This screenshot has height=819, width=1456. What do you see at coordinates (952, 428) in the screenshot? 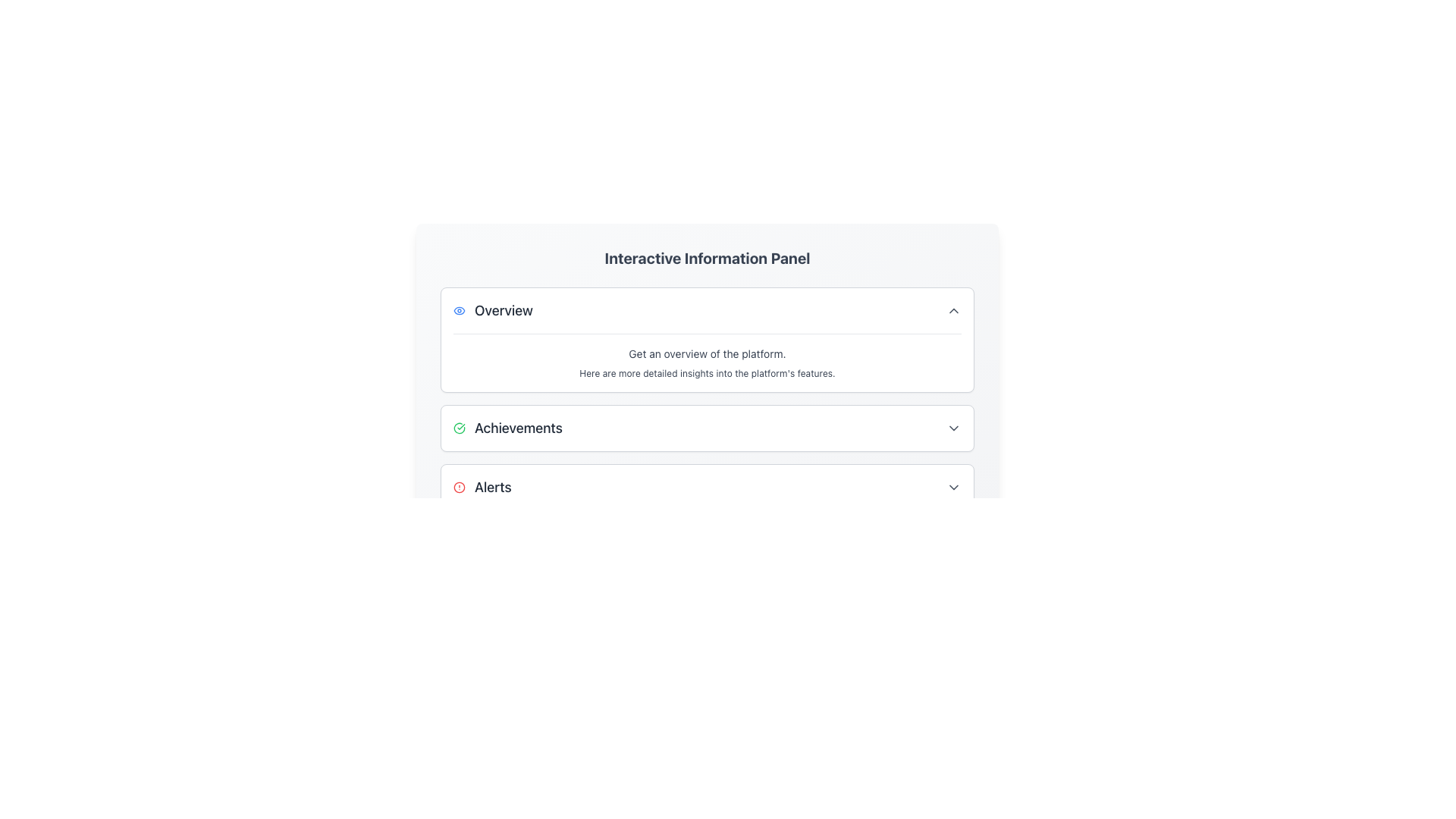
I see `the Dropdown Indicator Button located at the far right of the Achievements section` at bounding box center [952, 428].